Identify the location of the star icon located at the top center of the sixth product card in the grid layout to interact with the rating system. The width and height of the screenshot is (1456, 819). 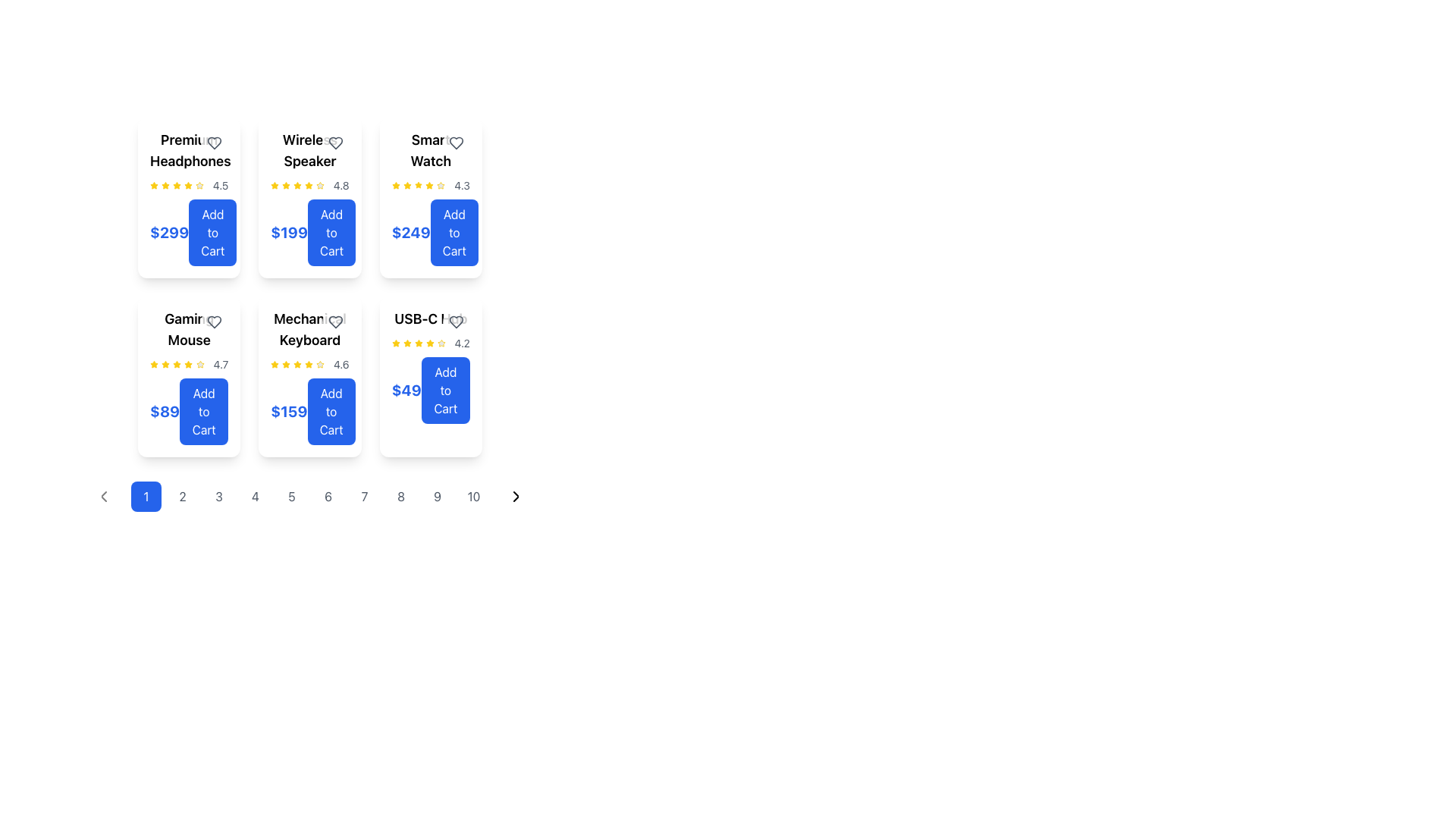
(275, 364).